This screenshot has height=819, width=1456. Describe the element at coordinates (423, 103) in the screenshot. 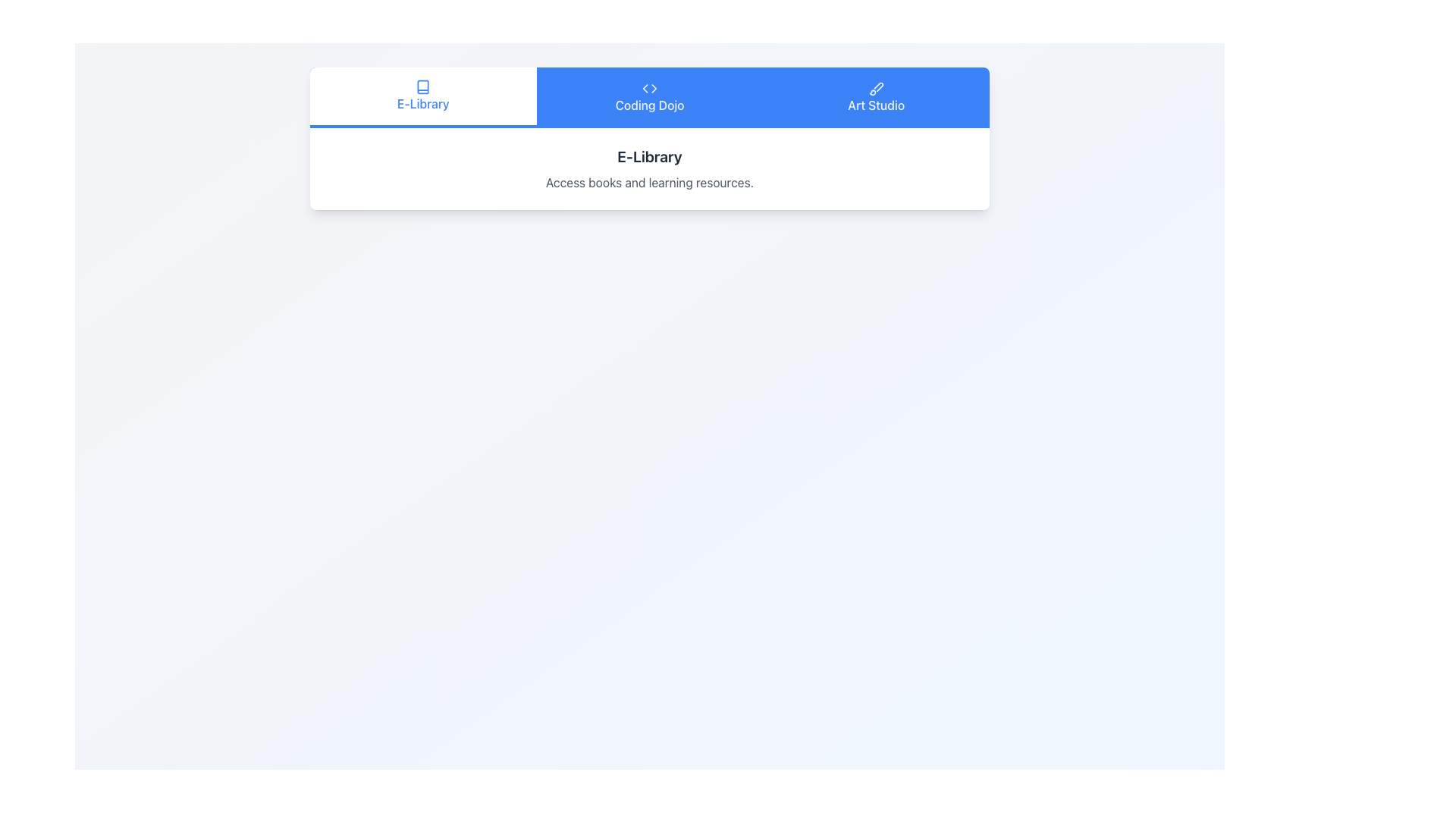

I see `text label 'E-Library' located in the top-center section of the interface, styled in blue below the book icon in the navigation tab` at that location.